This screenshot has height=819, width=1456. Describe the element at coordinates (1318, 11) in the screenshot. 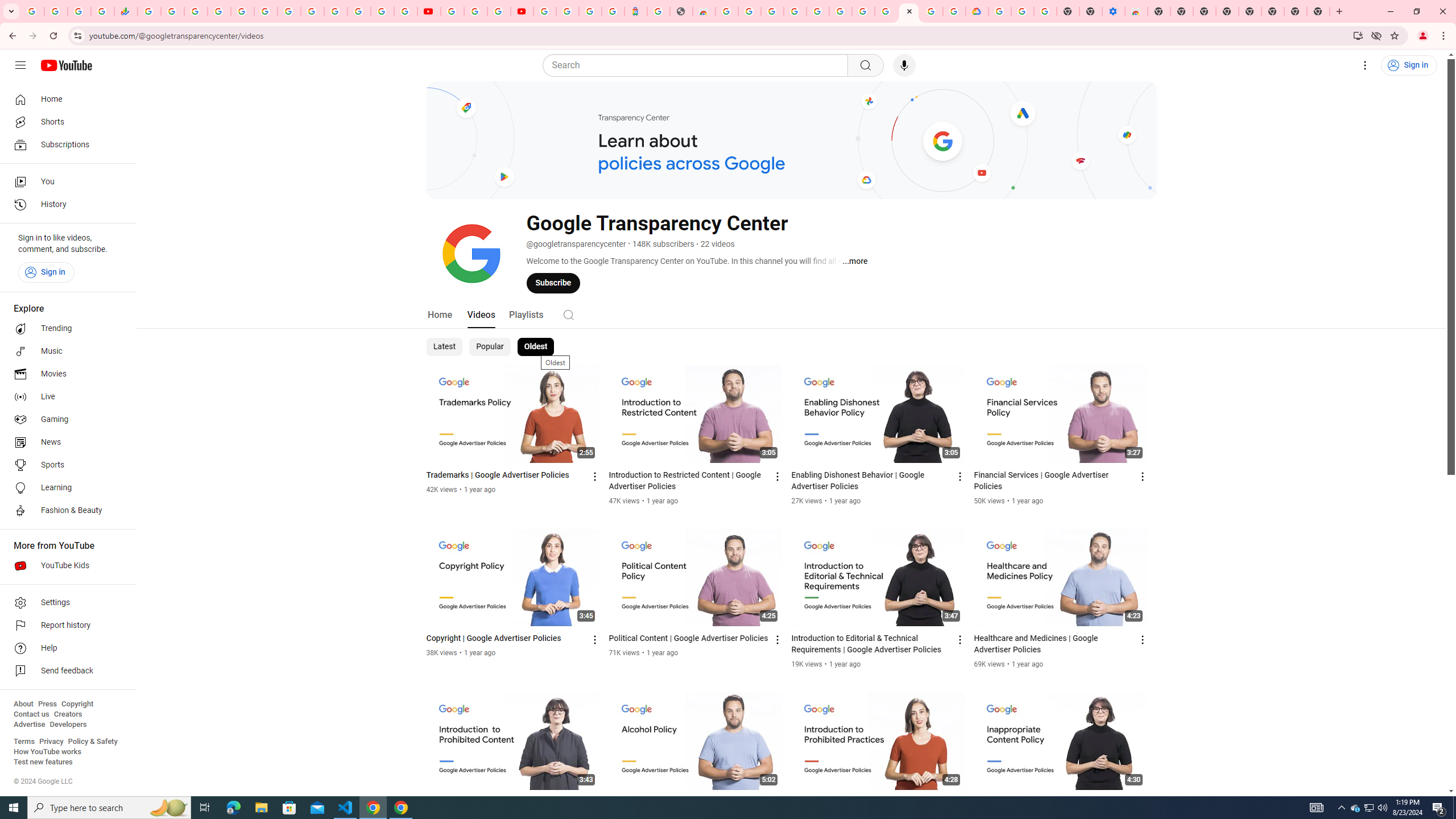

I see `'New Tab'` at that location.